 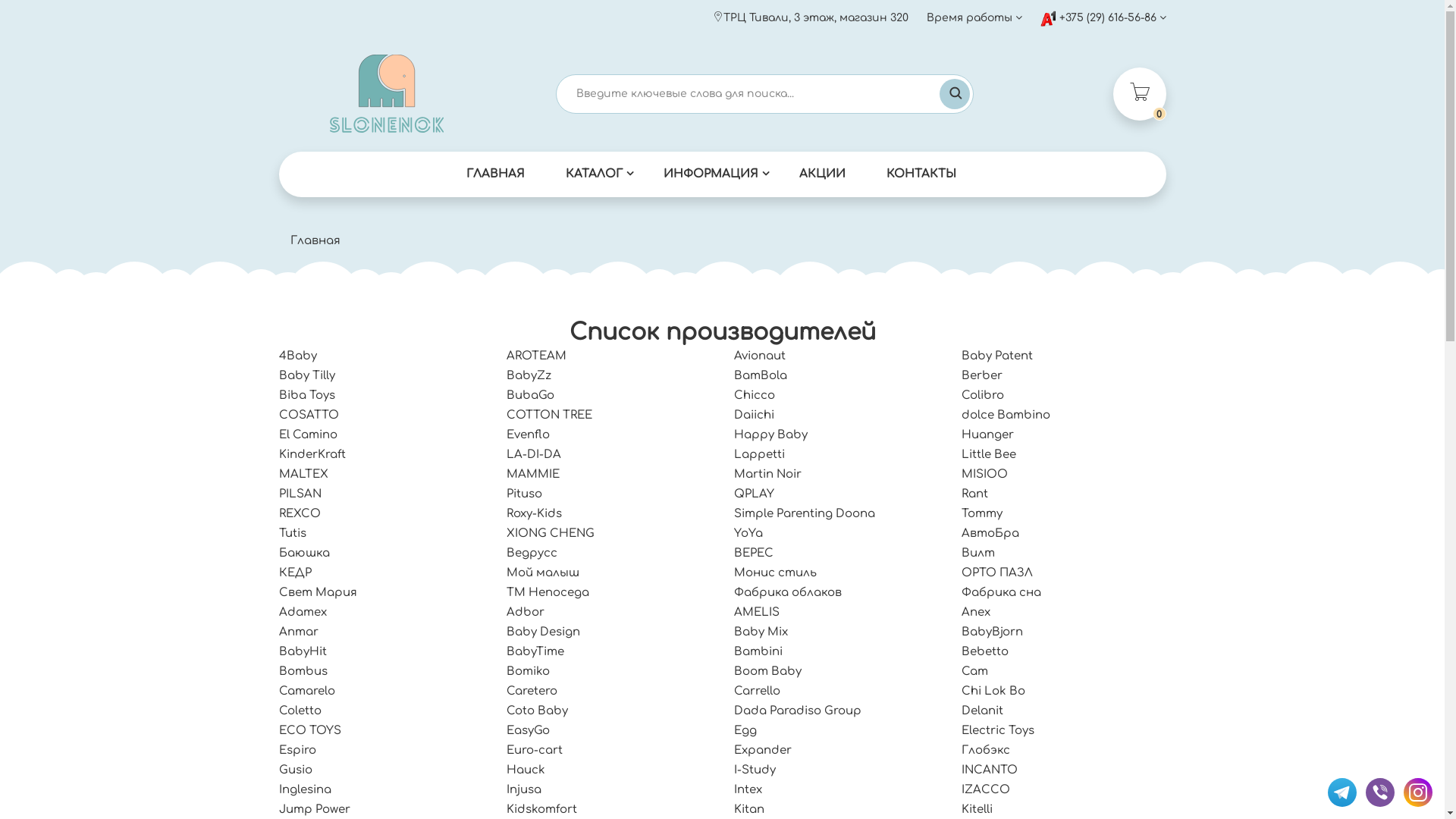 I want to click on 'MISIOO', so click(x=984, y=473).